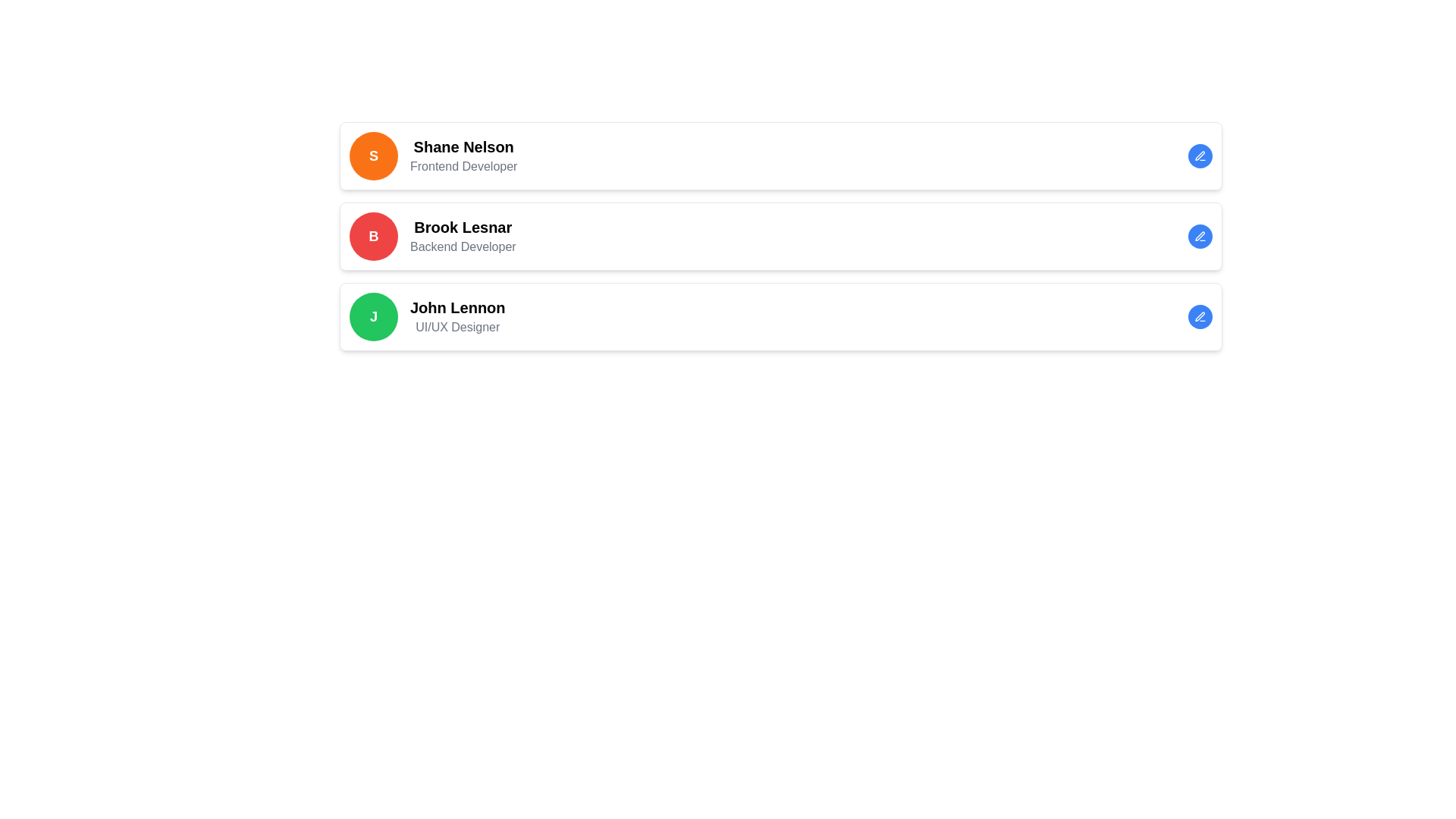 Image resolution: width=1456 pixels, height=819 pixels. I want to click on the static text label displaying 'Brook Lesnar' and 'Backend Developer', which is the second entry in the vertical stack of cards, so click(462, 237).